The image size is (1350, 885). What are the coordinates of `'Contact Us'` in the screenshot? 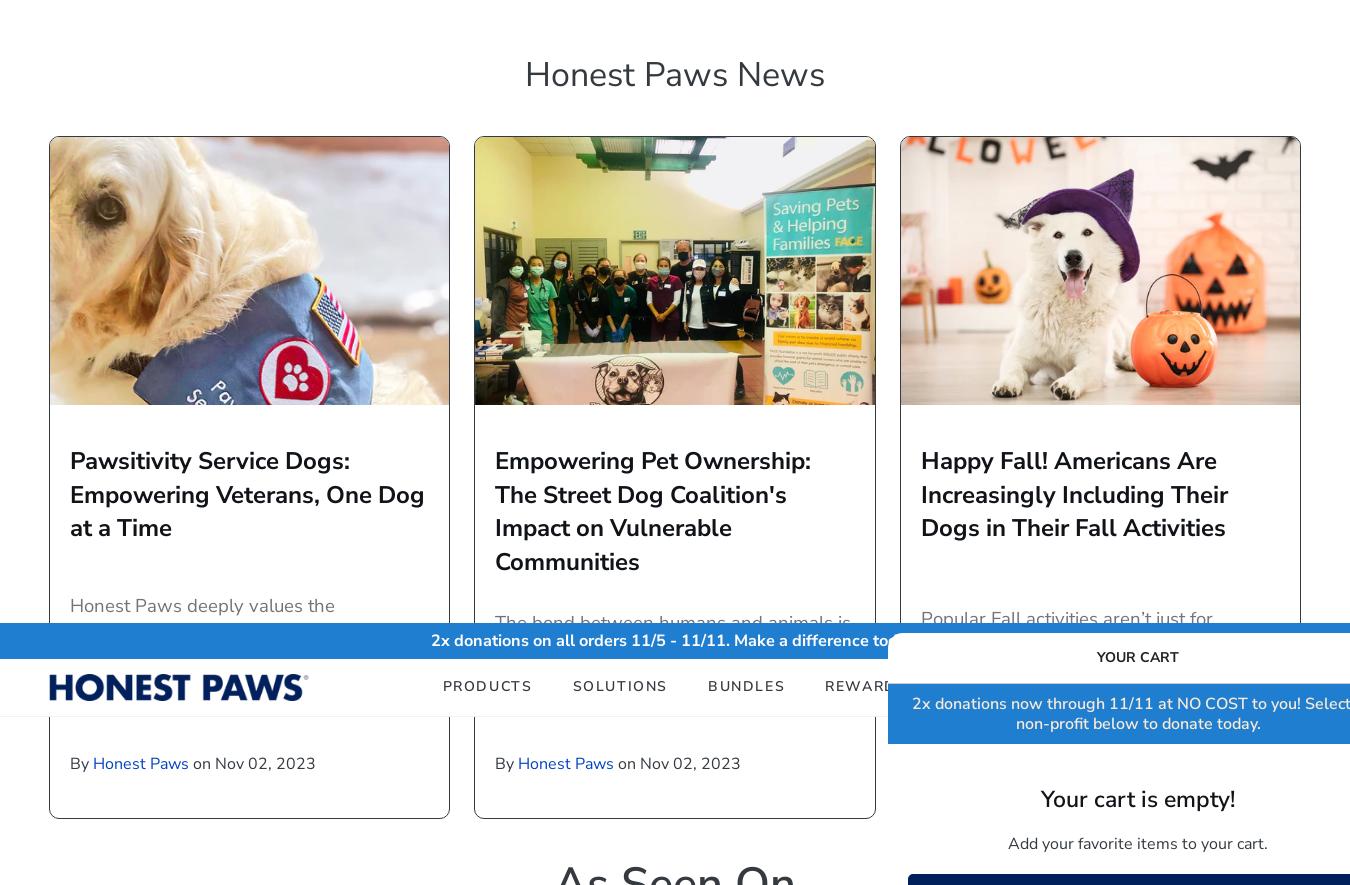 It's located at (727, 699).